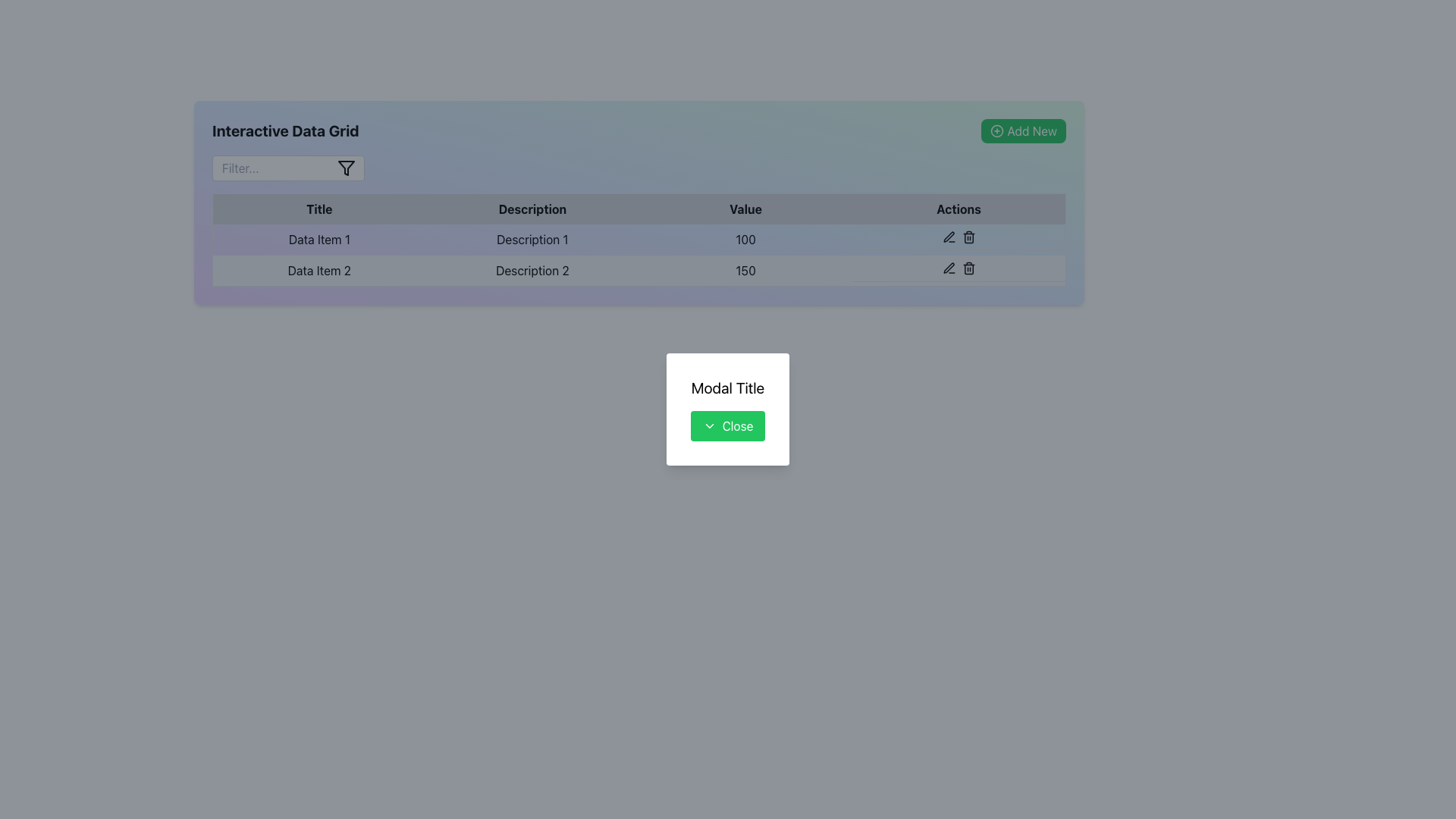  Describe the element at coordinates (958, 209) in the screenshot. I see `the 'Actions' column header in the data grid, which is the fourth label in the horizontal header row containing 'Title,' 'Description,' 'Value,' and 'Actions.'` at that location.